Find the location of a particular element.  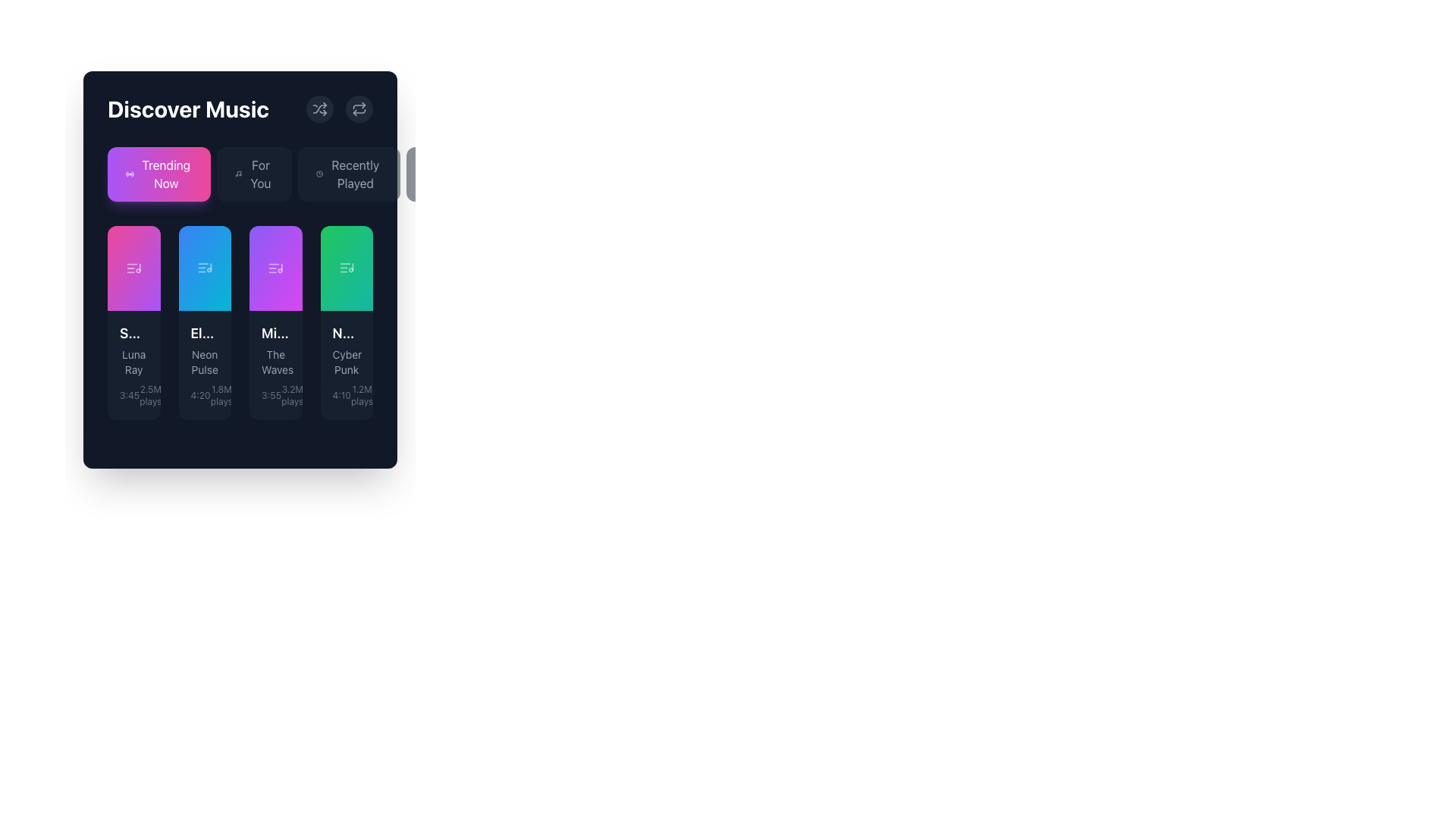

the music item card located between 'Summer Nights' and 'Midnight Drive' in the 'Discover Music' section is located at coordinates (204, 322).